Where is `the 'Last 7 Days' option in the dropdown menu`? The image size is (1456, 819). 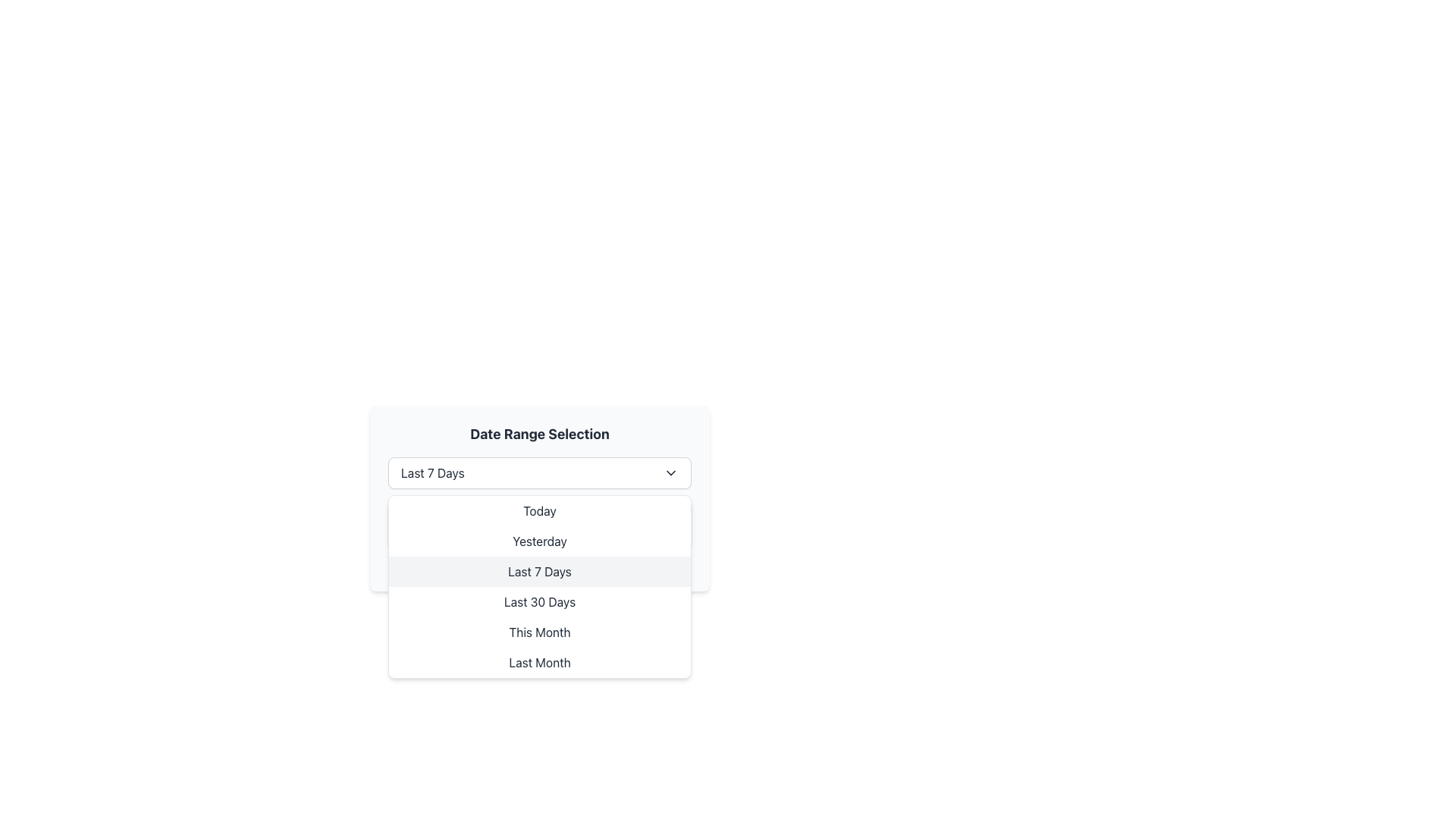
the 'Last 7 Days' option in the dropdown menu is located at coordinates (539, 571).